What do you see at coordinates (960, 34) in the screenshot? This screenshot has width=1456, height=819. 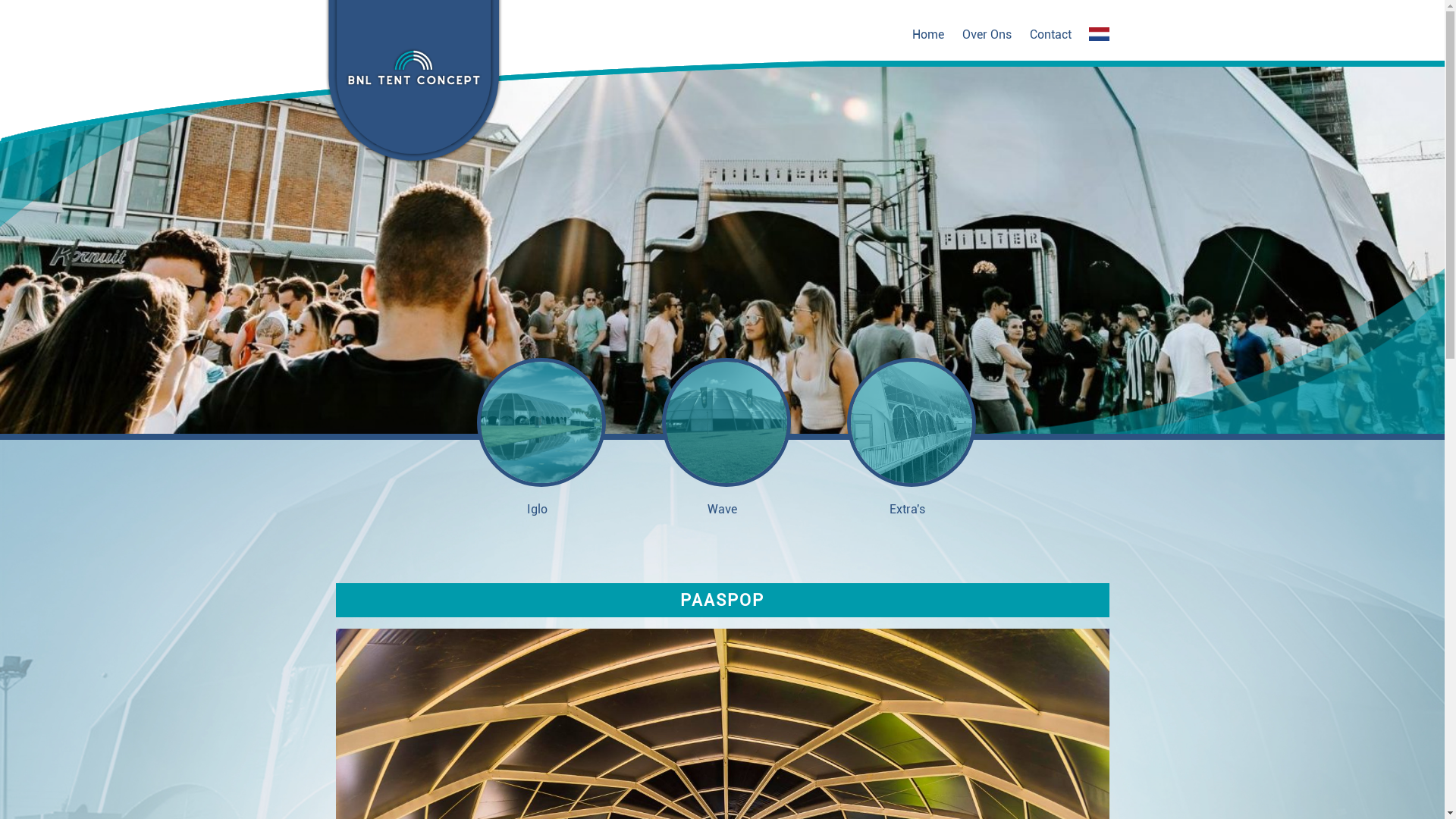 I see `'Over Ons'` at bounding box center [960, 34].